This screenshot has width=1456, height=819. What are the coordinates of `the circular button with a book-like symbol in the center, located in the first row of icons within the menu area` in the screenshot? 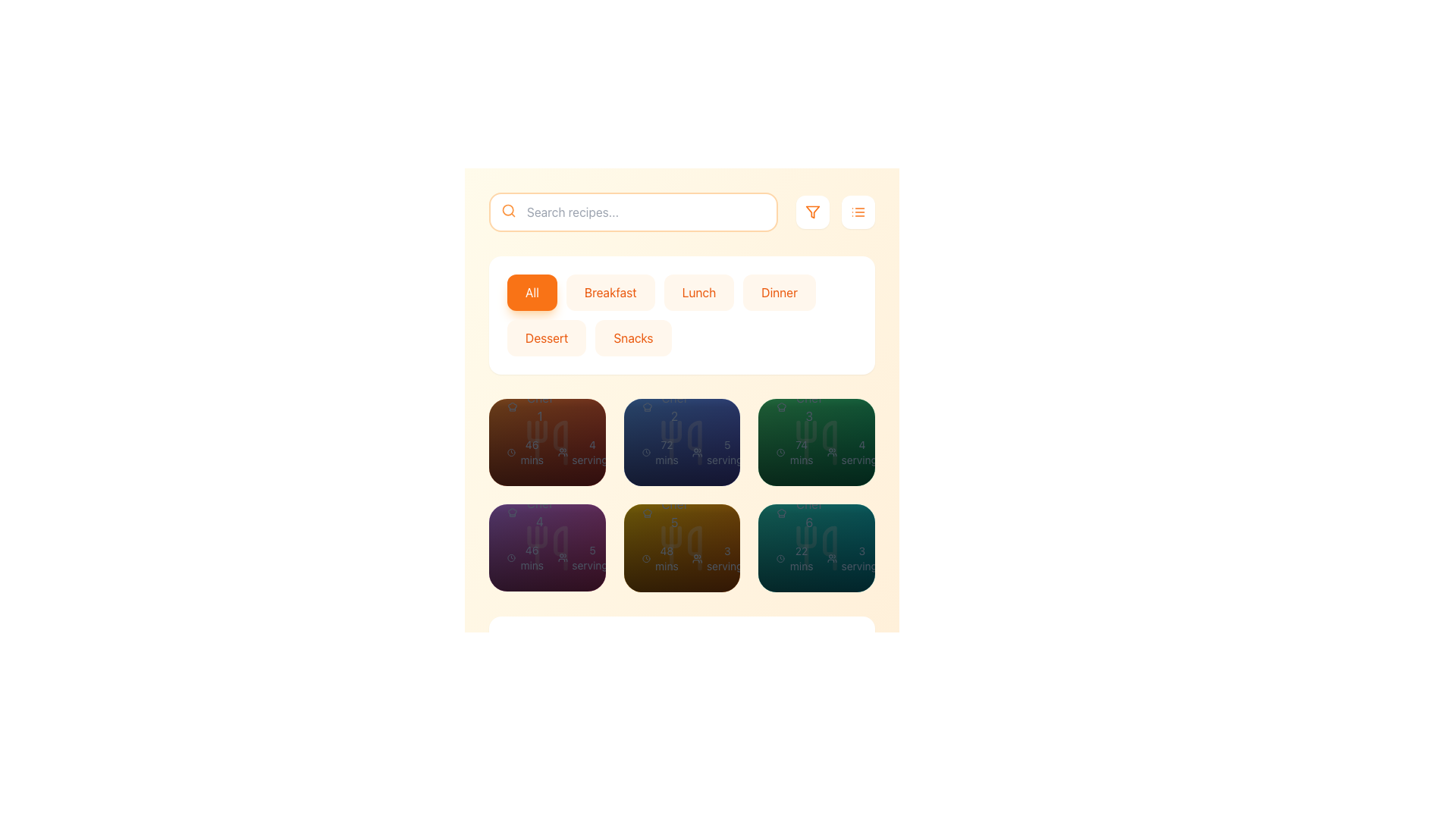 It's located at (546, 442).